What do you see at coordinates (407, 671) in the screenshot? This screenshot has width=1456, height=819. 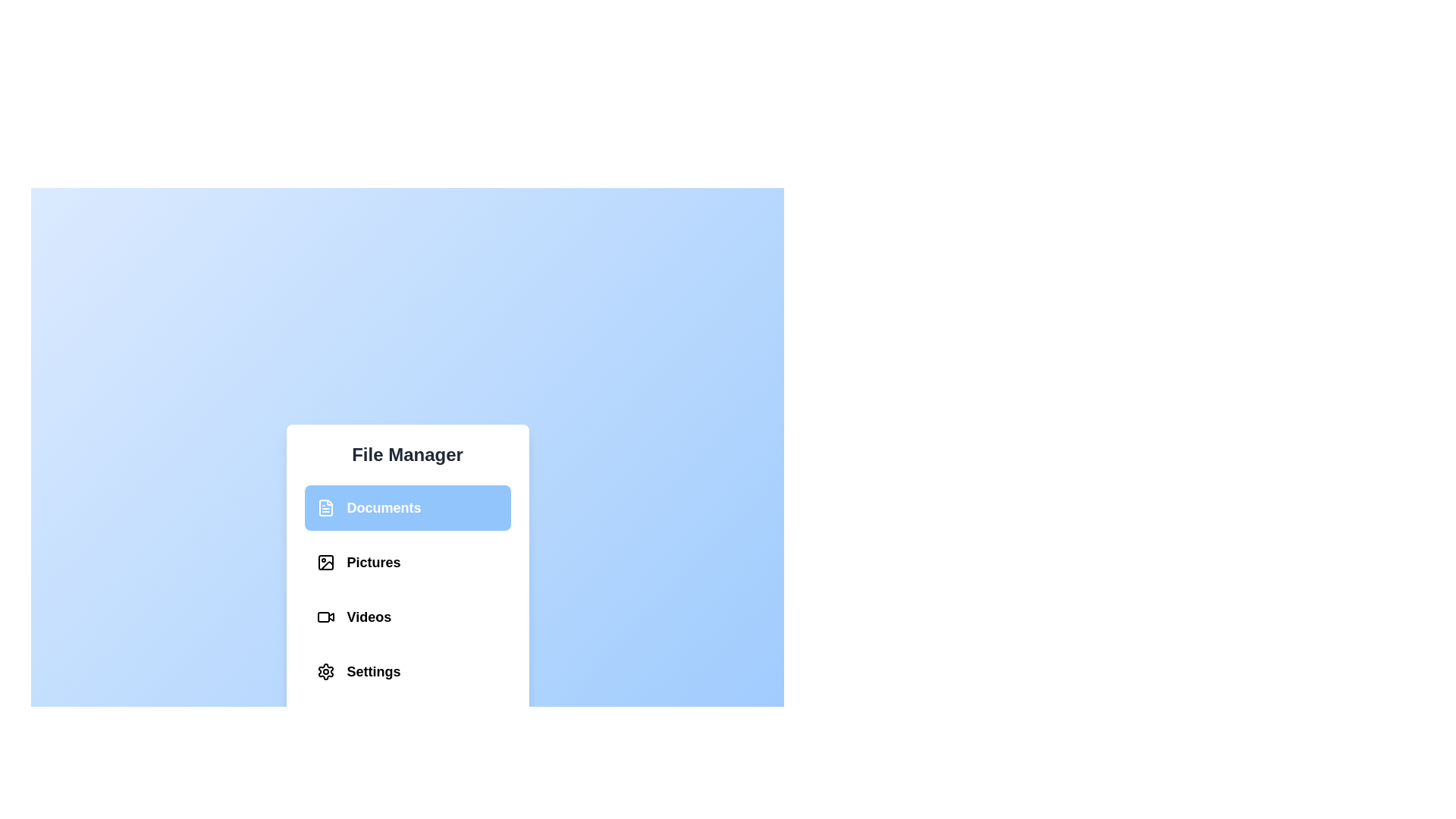 I see `the section Settings from the list` at bounding box center [407, 671].